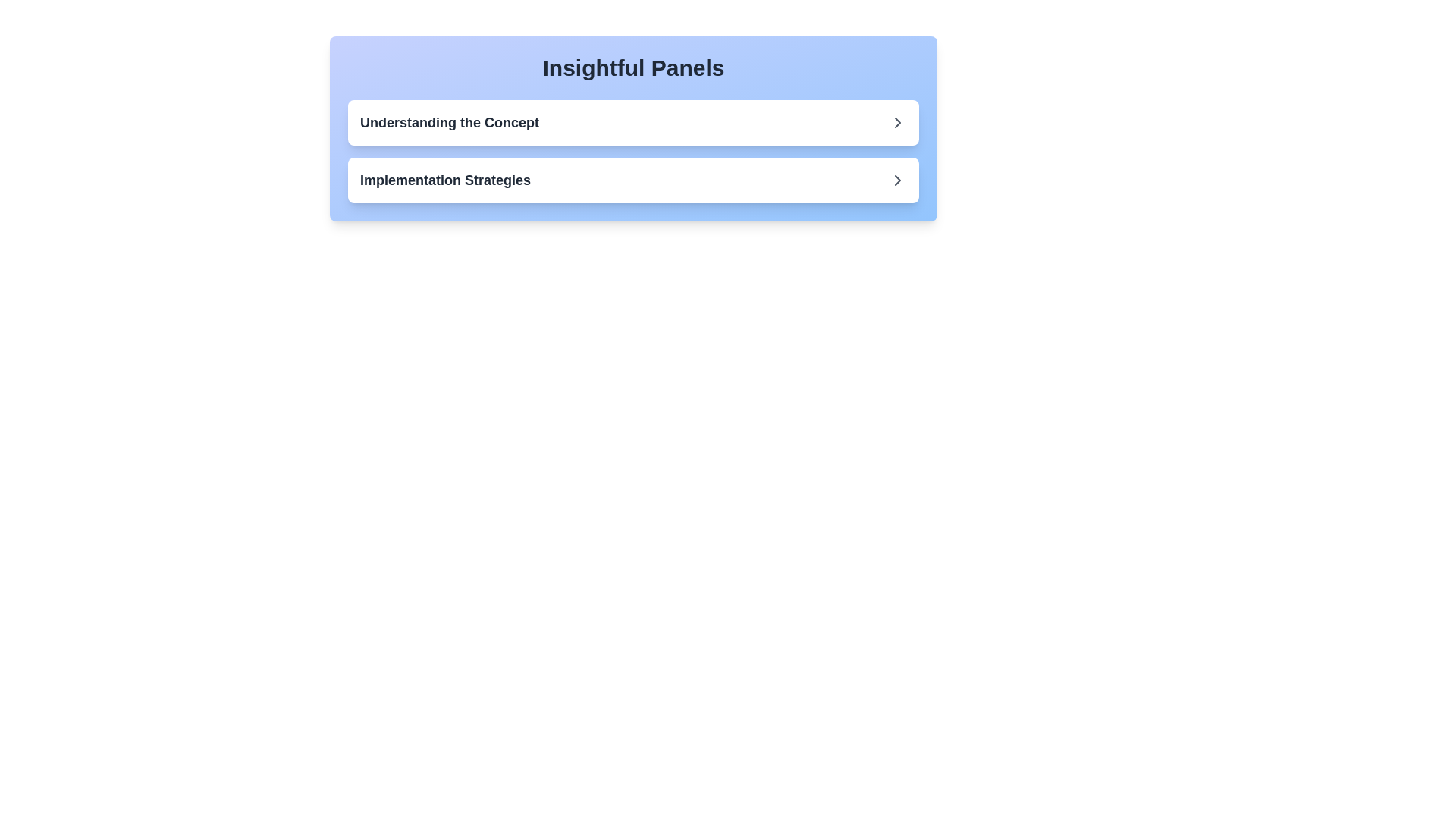  Describe the element at coordinates (898, 180) in the screenshot. I see `the Chevron icon located at the far right end of the 'Implementation Strategies' row` at that location.